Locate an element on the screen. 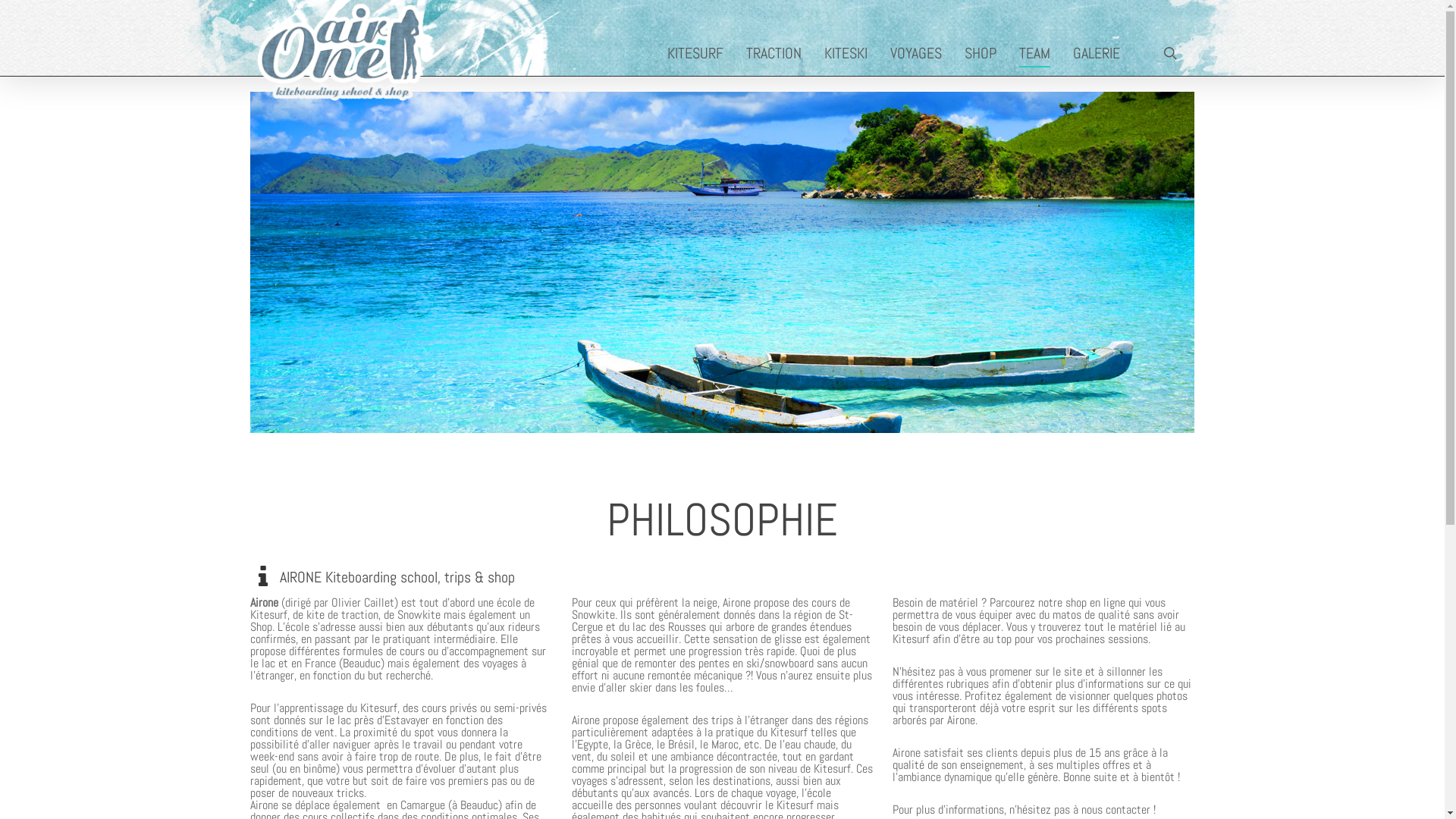 The width and height of the screenshot is (1456, 819). 'KITESURF' is located at coordinates (698, 52).